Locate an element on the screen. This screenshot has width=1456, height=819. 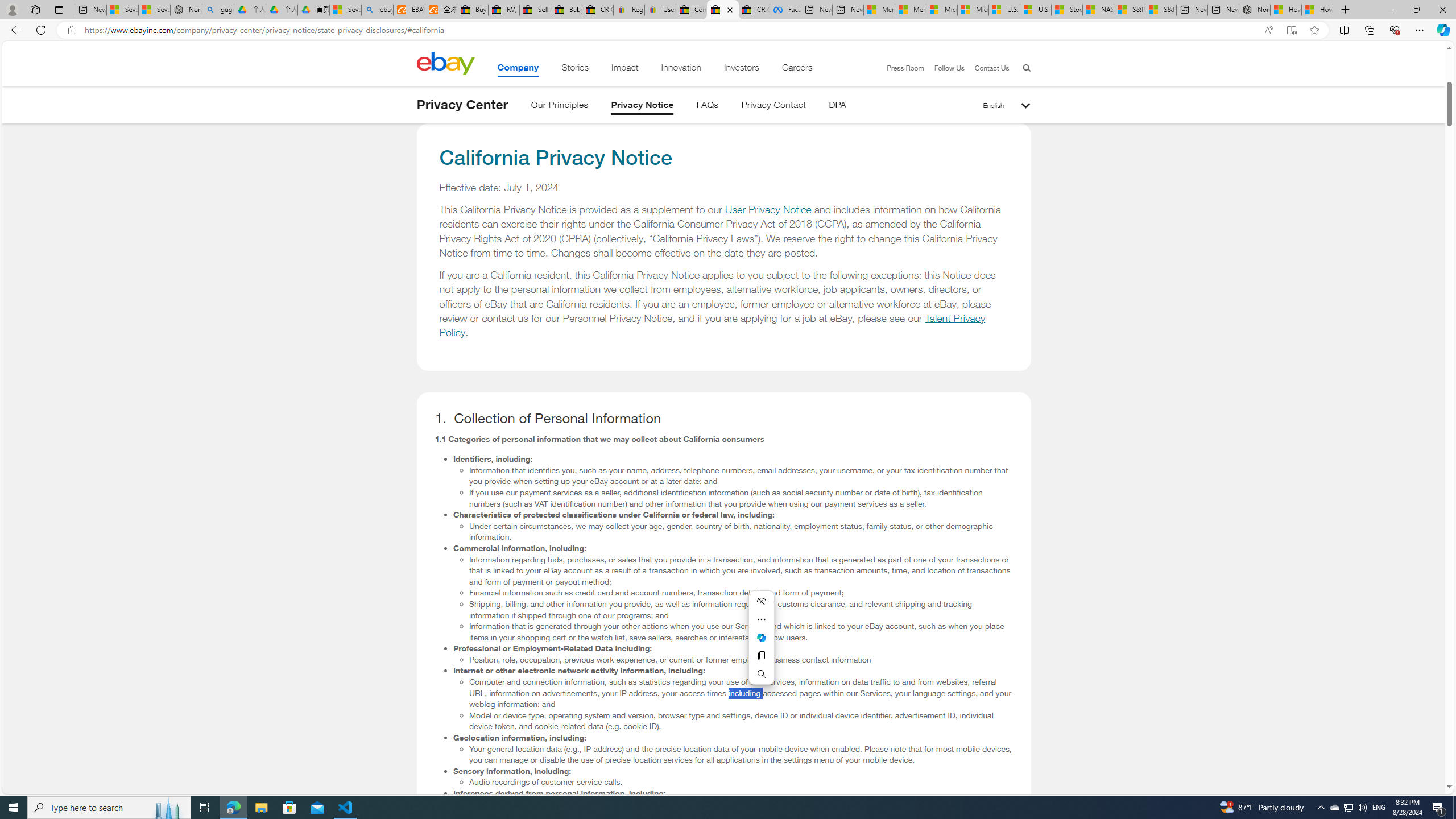
'Mini menu on text selection' is located at coordinates (760, 644).